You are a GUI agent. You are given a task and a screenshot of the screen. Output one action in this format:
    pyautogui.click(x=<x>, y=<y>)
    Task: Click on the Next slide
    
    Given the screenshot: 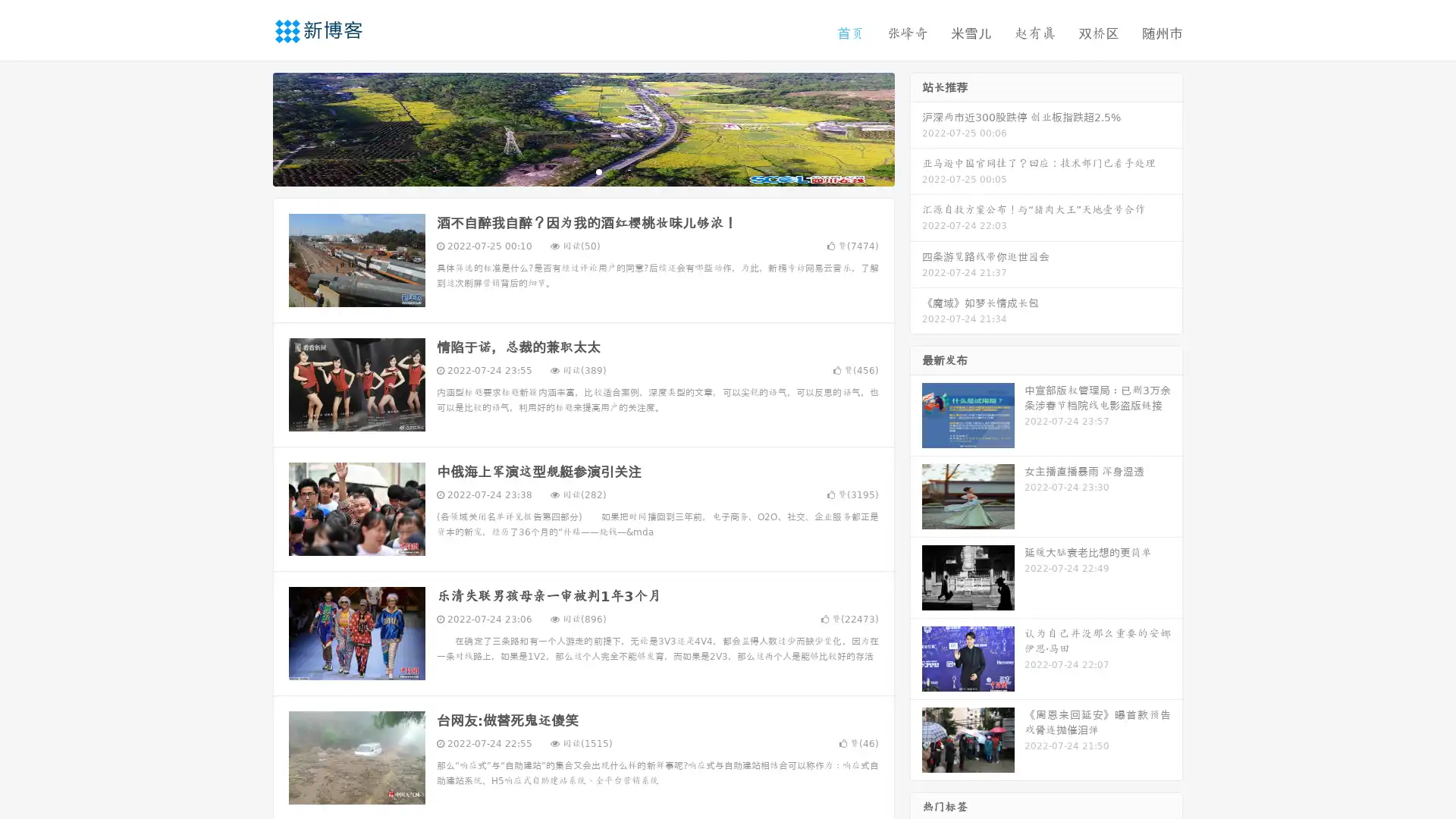 What is the action you would take?
    pyautogui.click(x=916, y=127)
    